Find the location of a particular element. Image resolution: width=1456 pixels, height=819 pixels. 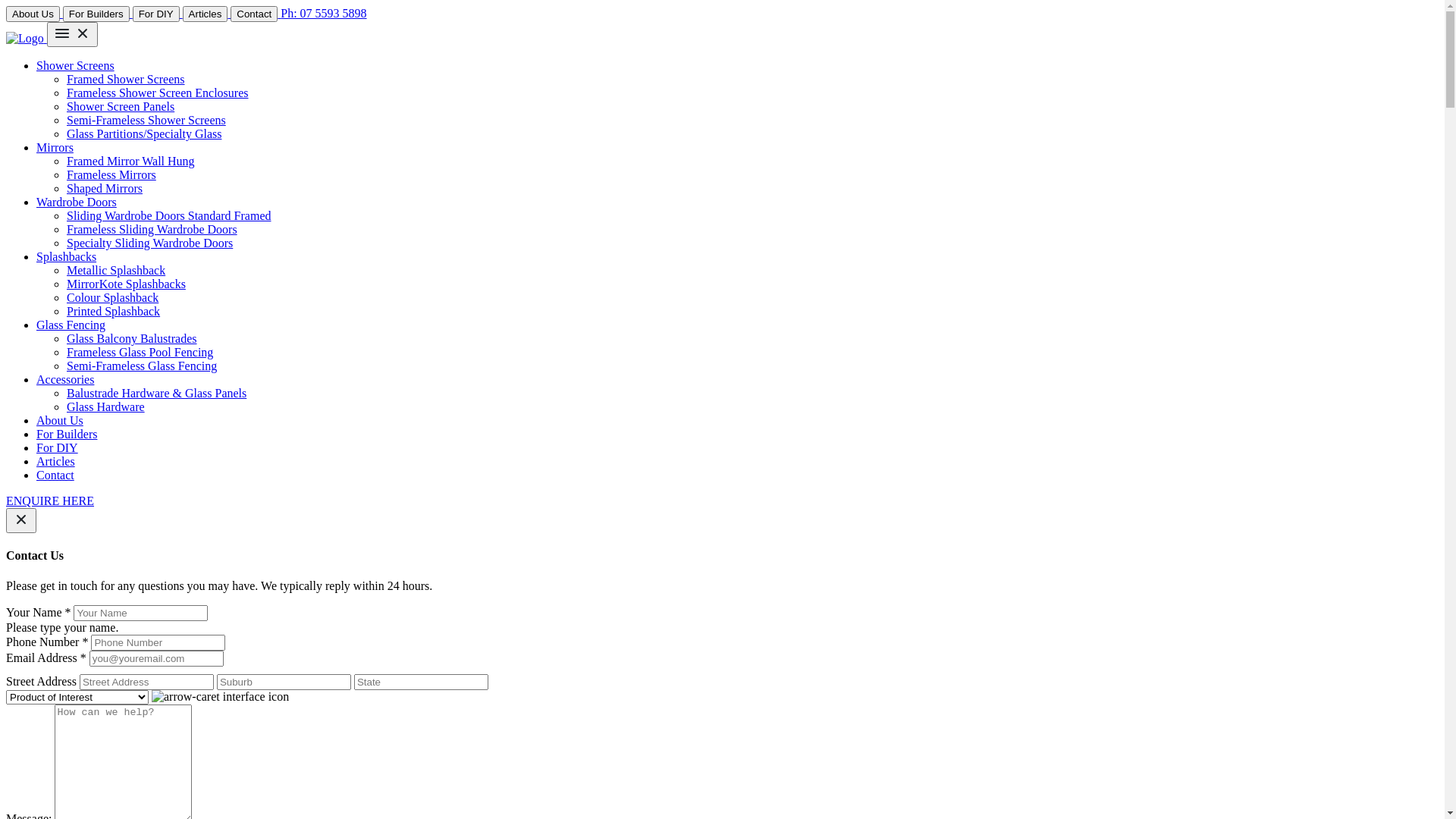

'Splashbacks' is located at coordinates (36, 256).